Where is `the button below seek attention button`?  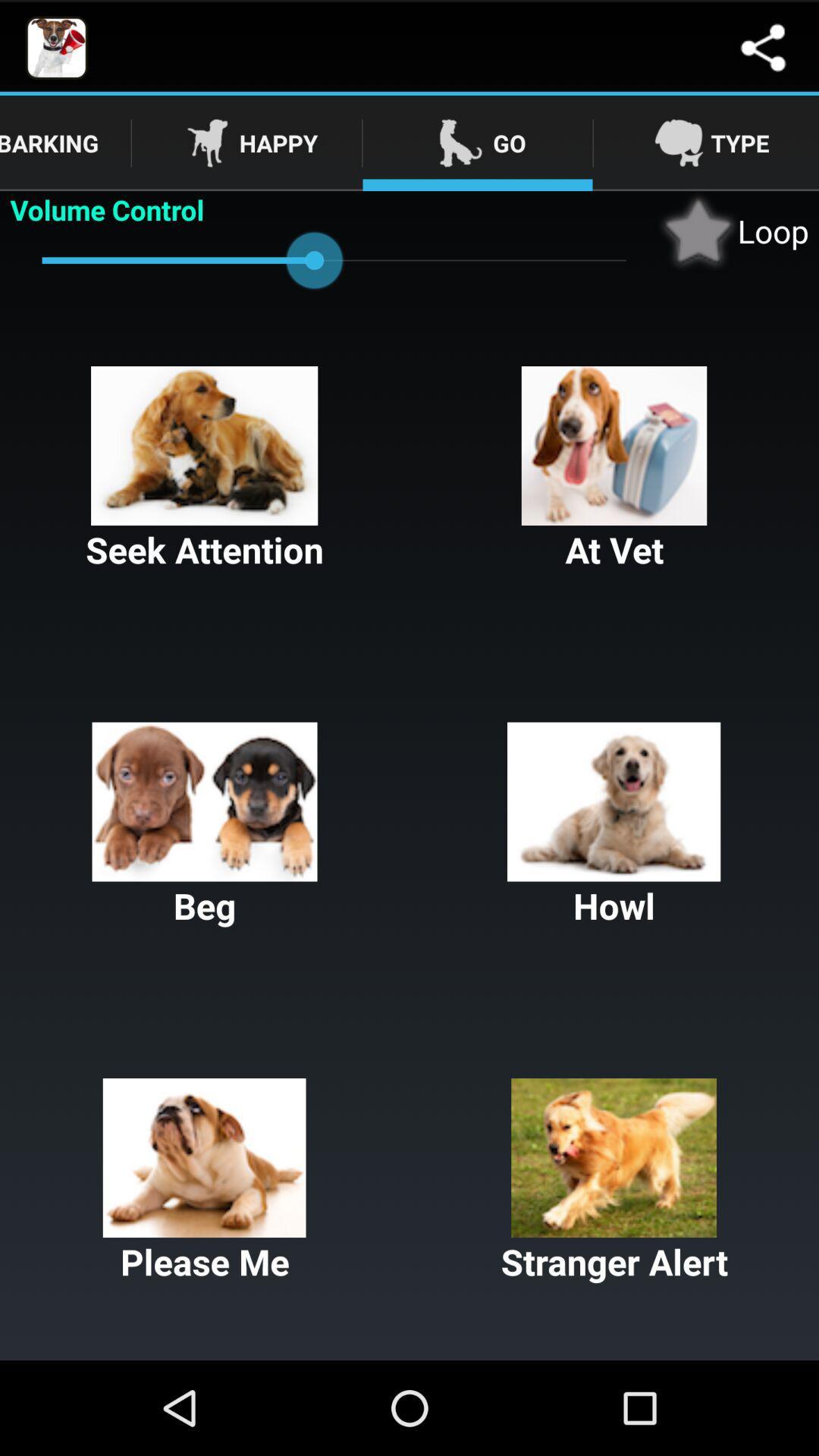 the button below seek attention button is located at coordinates (205, 825).